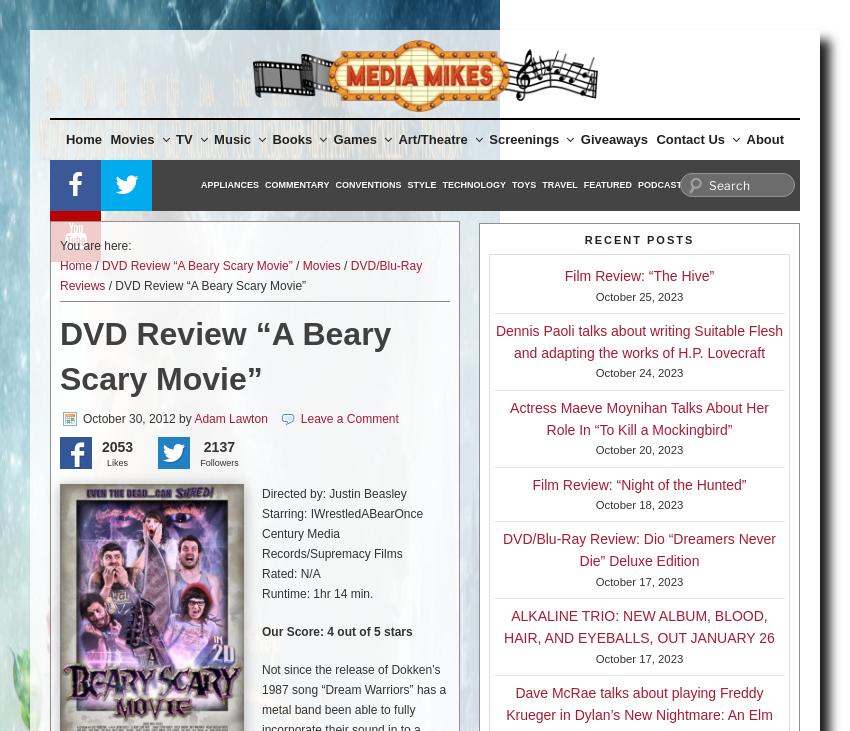  Describe the element at coordinates (271, 138) in the screenshot. I see `'Books'` at that location.